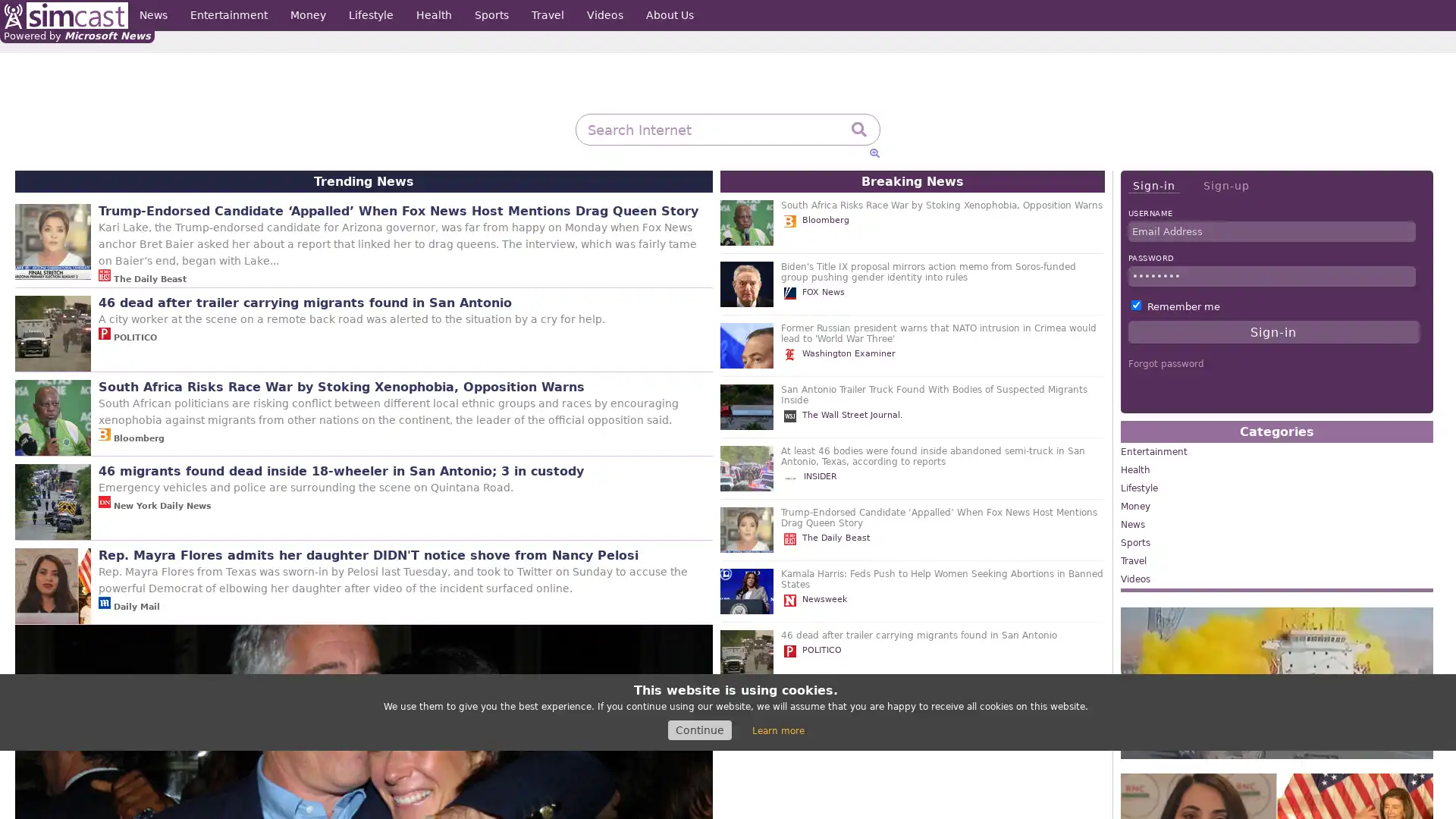  What do you see at coordinates (1225, 185) in the screenshot?
I see `Sign-up` at bounding box center [1225, 185].